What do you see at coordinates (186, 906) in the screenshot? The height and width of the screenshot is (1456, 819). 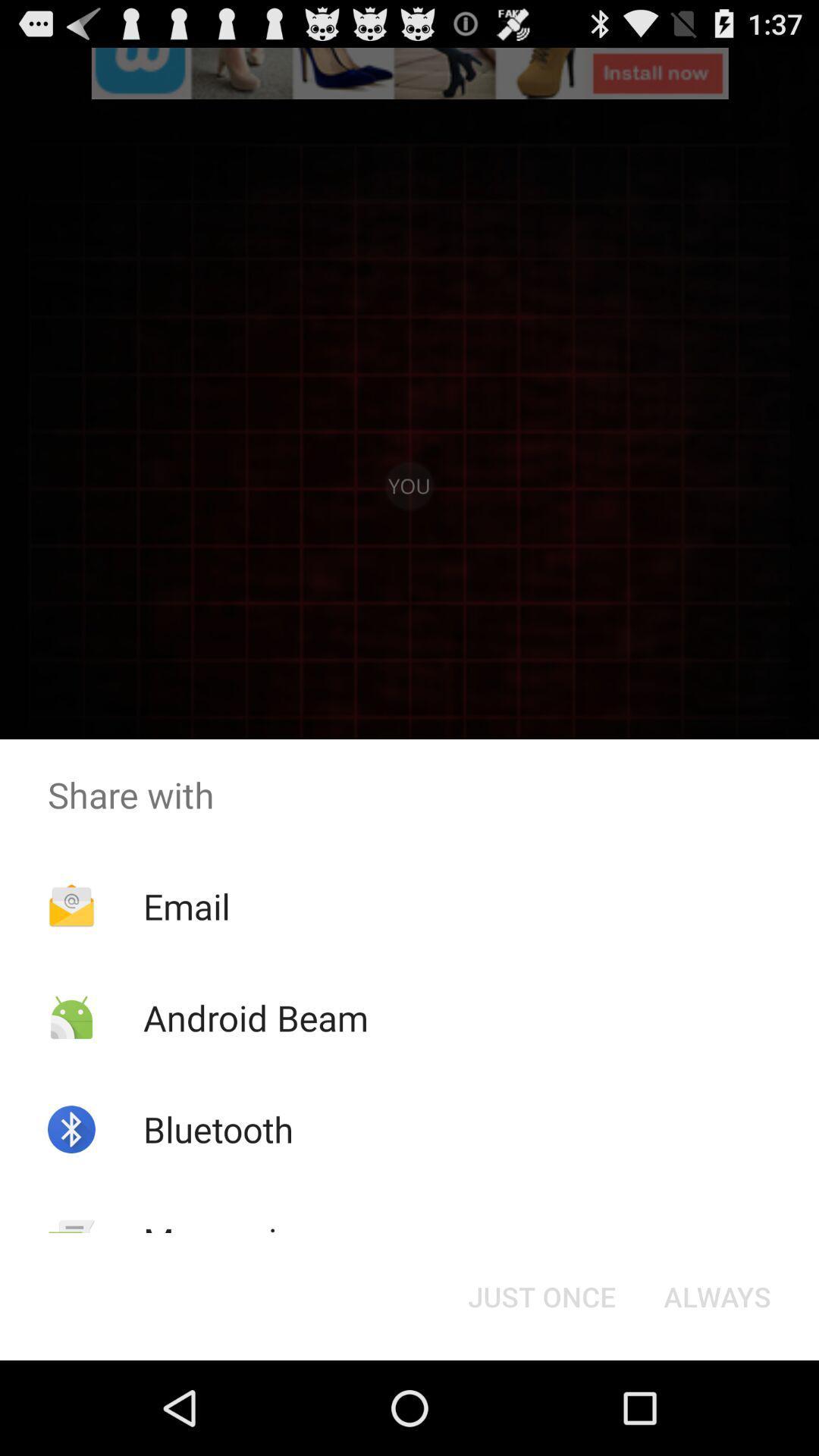 I see `the email icon` at bounding box center [186, 906].